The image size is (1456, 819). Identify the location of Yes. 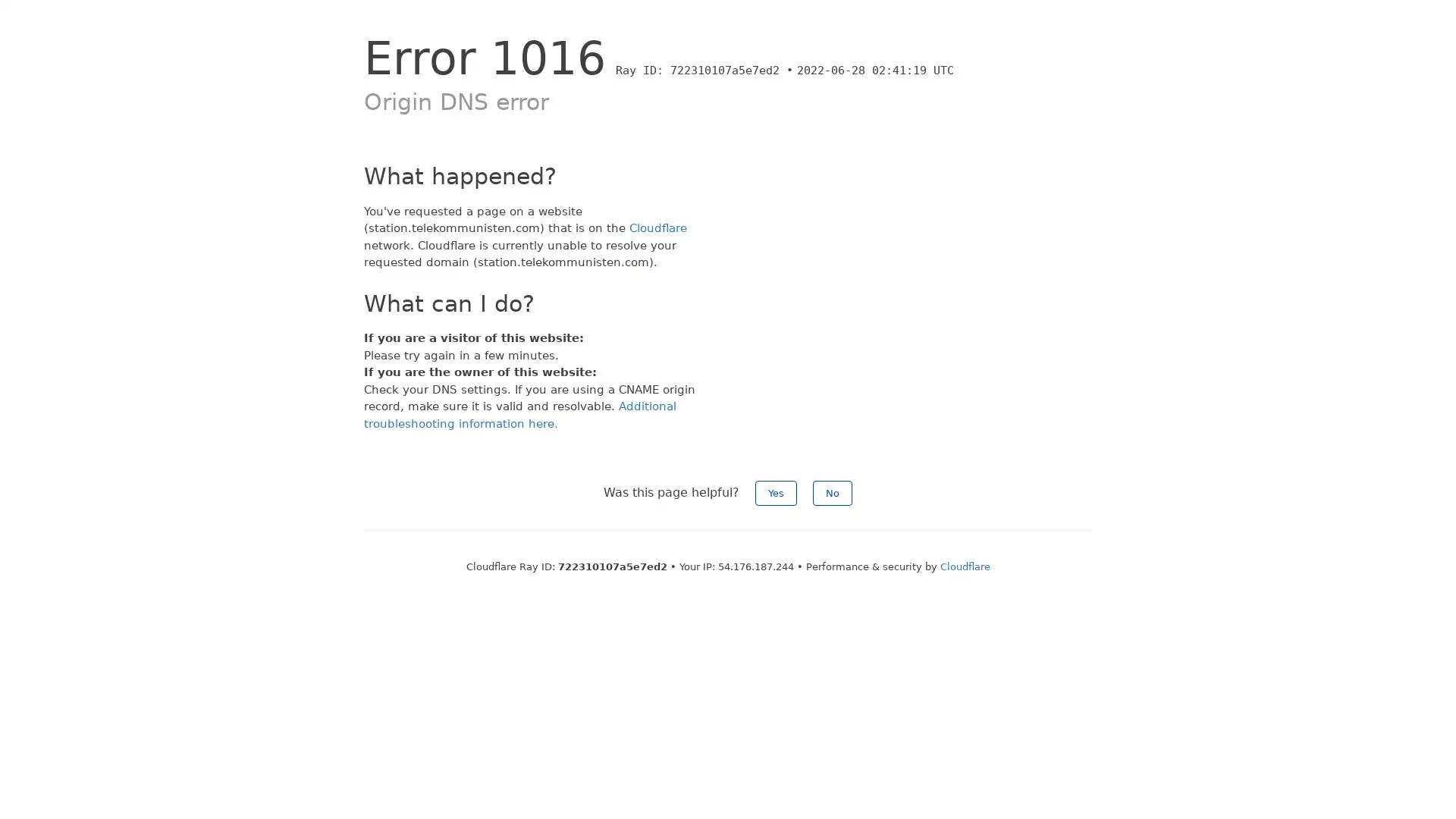
(776, 493).